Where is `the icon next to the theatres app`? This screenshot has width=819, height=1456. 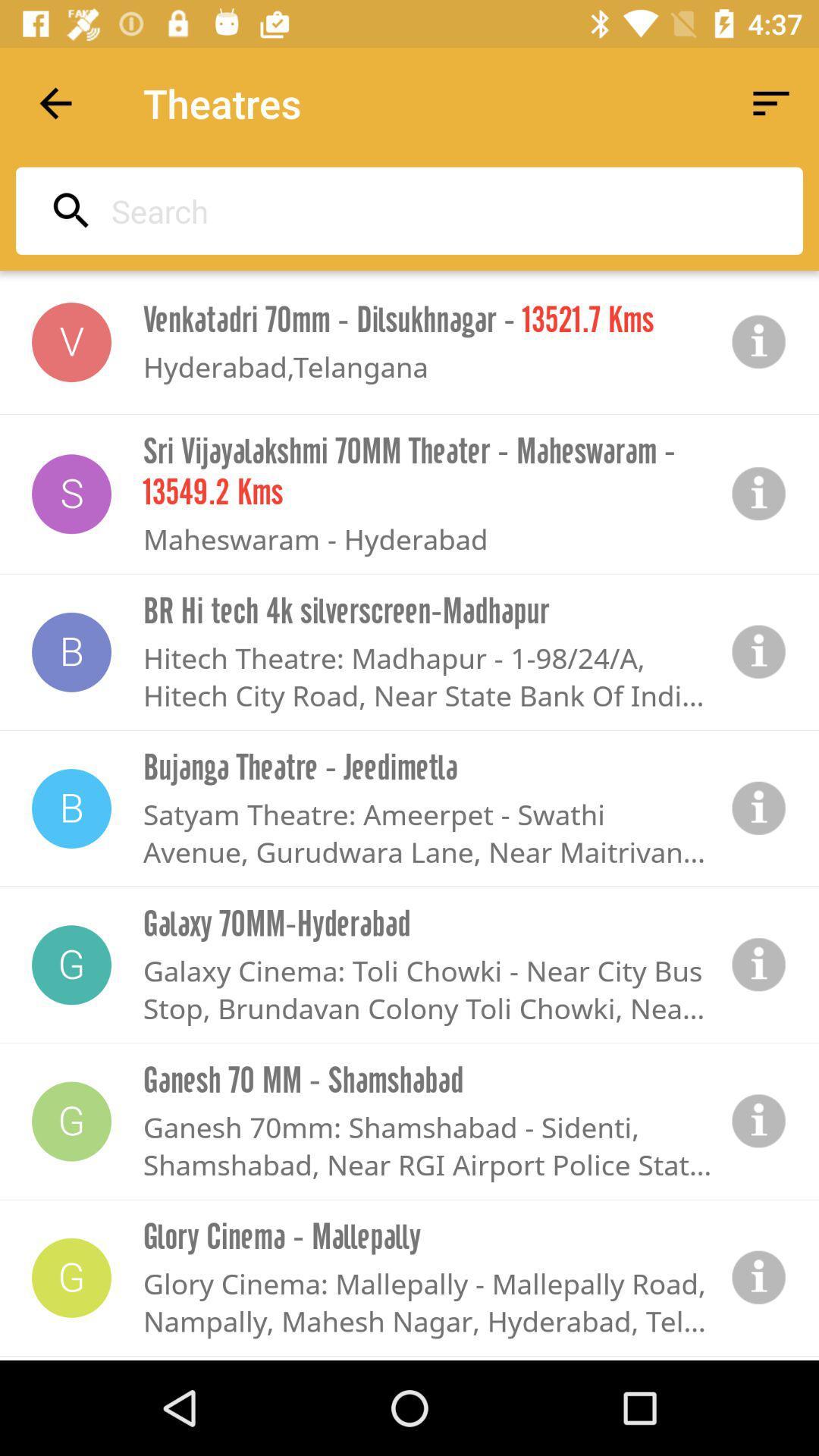
the icon next to the theatres app is located at coordinates (771, 102).